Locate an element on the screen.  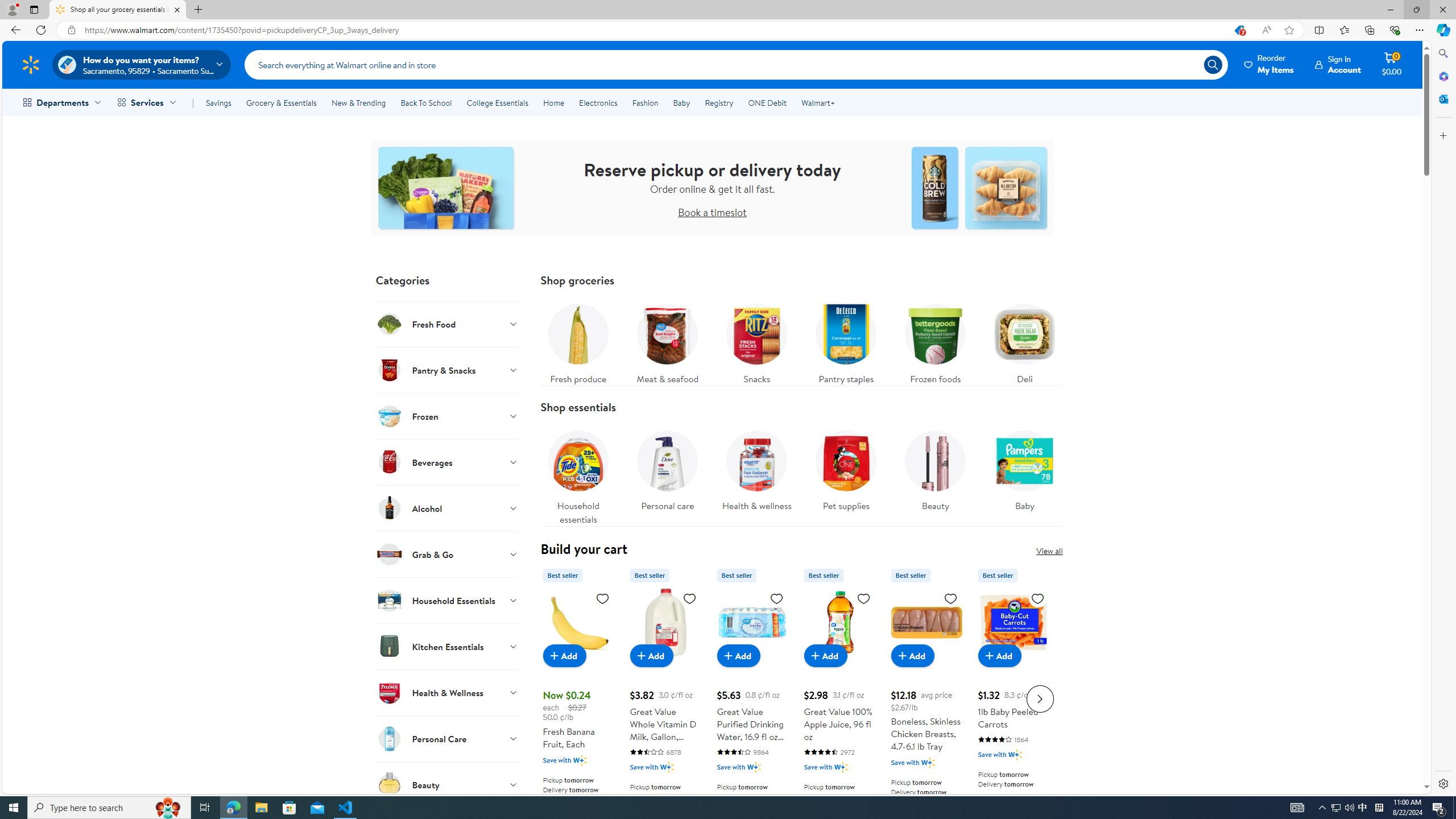
'Add to cart - Fresh Banana Fruit, Each' is located at coordinates (564, 655).